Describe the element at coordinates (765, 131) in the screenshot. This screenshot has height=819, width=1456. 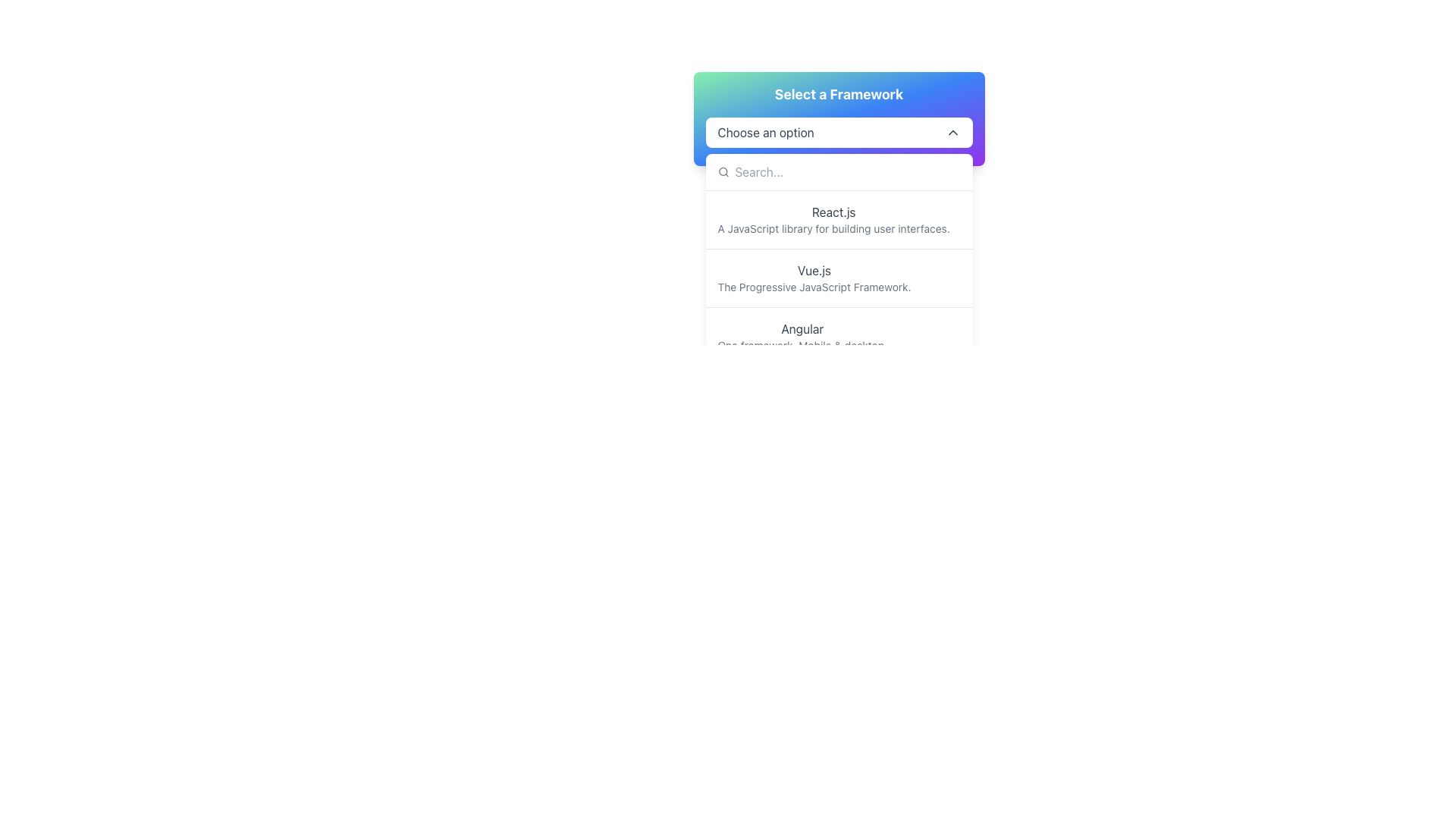
I see `the Text Label in the dropdown menu that guides users` at that location.